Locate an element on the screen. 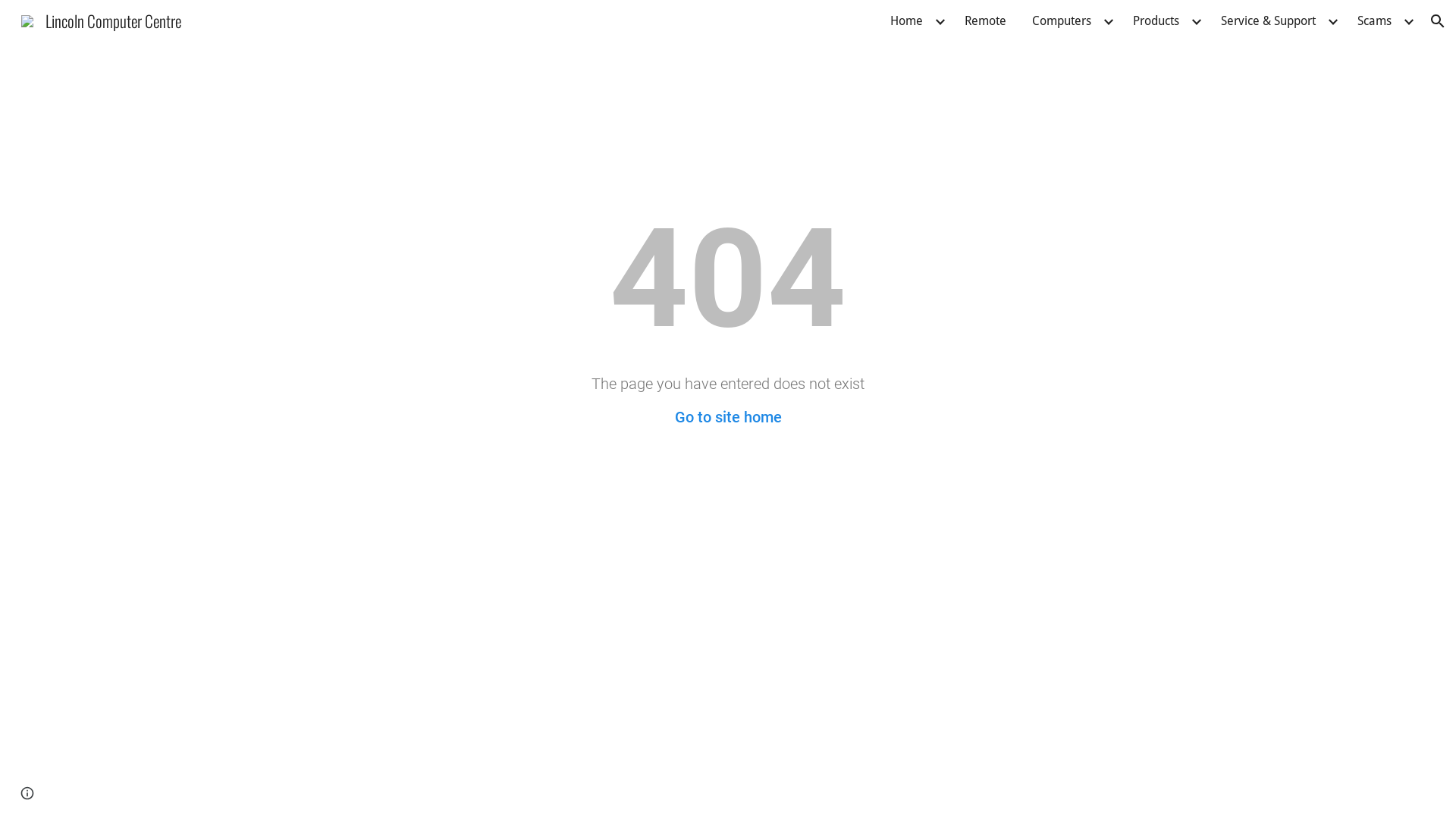  'Expand/Collapse' is located at coordinates (1407, 20).